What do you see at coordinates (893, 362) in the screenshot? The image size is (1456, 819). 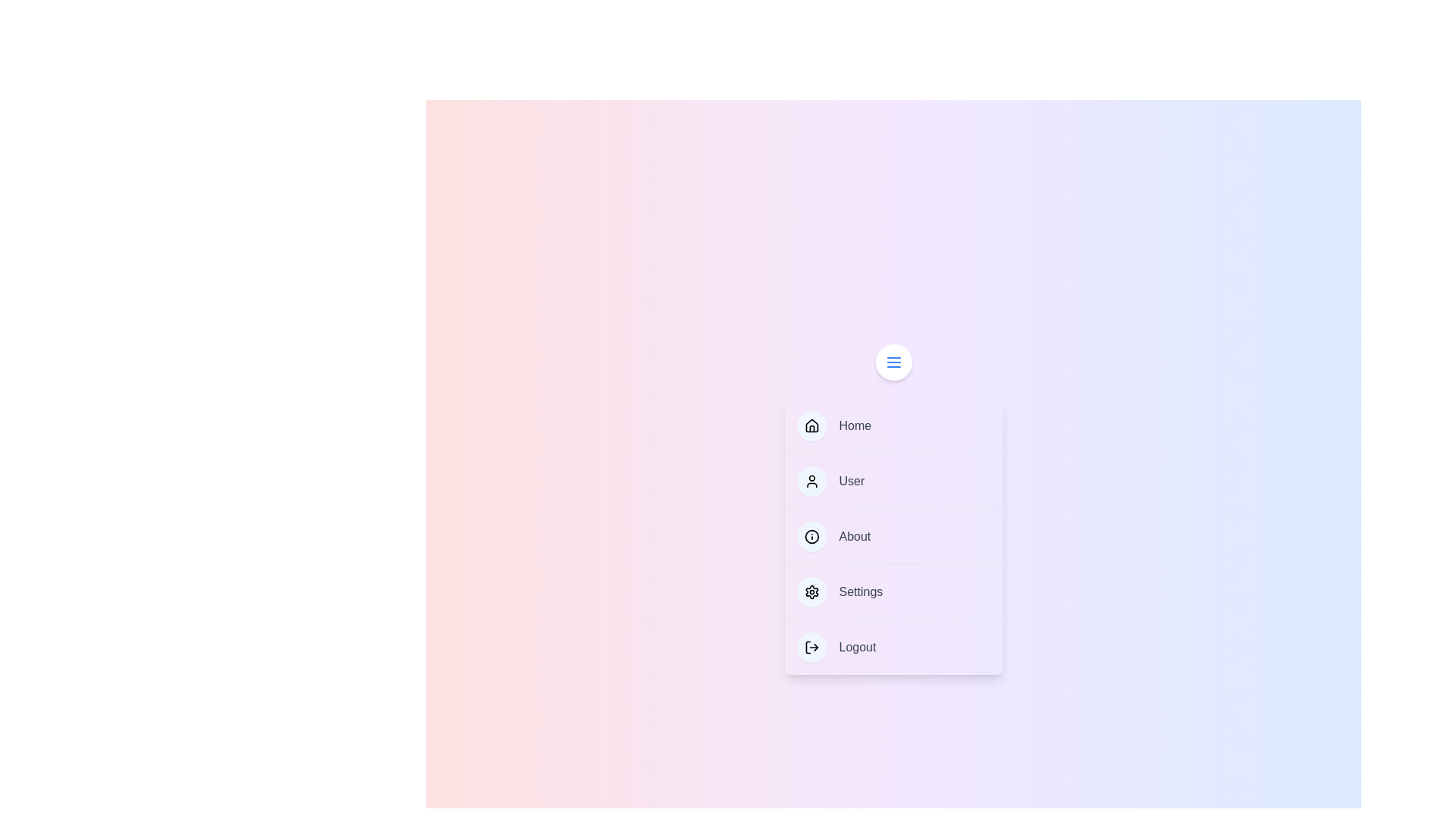 I see `the top floating button to toggle the menu visibility` at bounding box center [893, 362].